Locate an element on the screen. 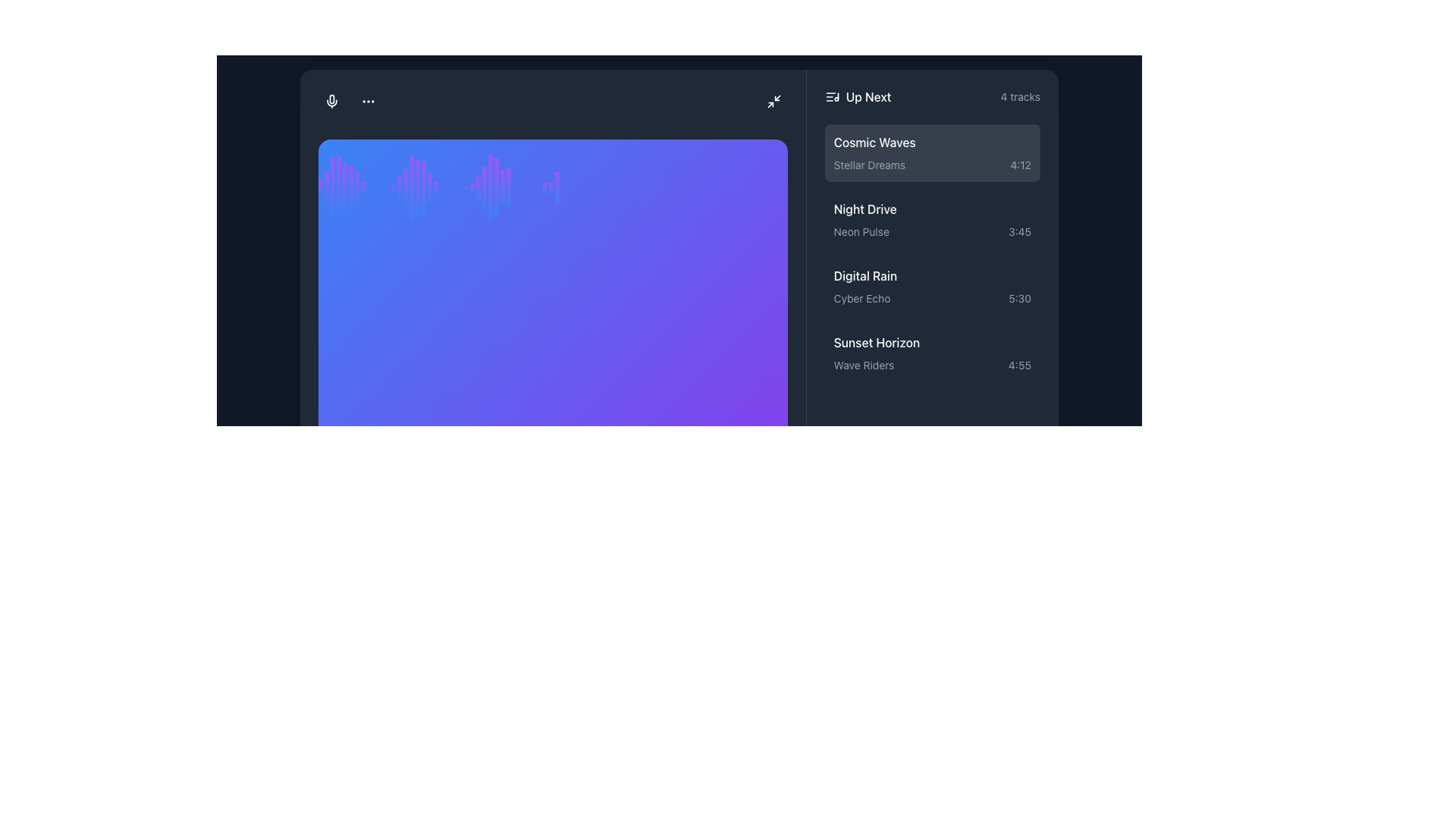  the circular button with an arrow icon located at the top right corner of the interface is located at coordinates (773, 101).